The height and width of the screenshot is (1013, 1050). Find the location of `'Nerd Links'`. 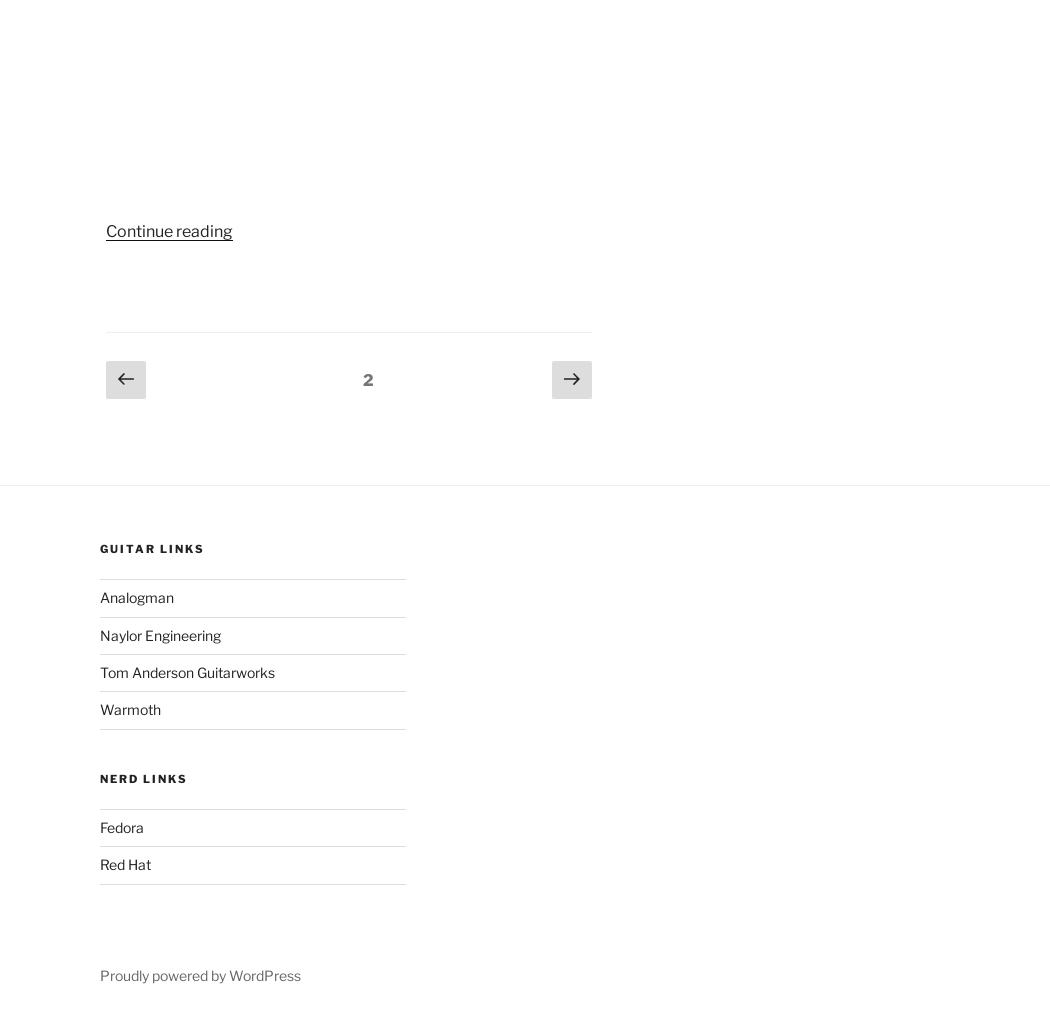

'Nerd Links' is located at coordinates (142, 777).